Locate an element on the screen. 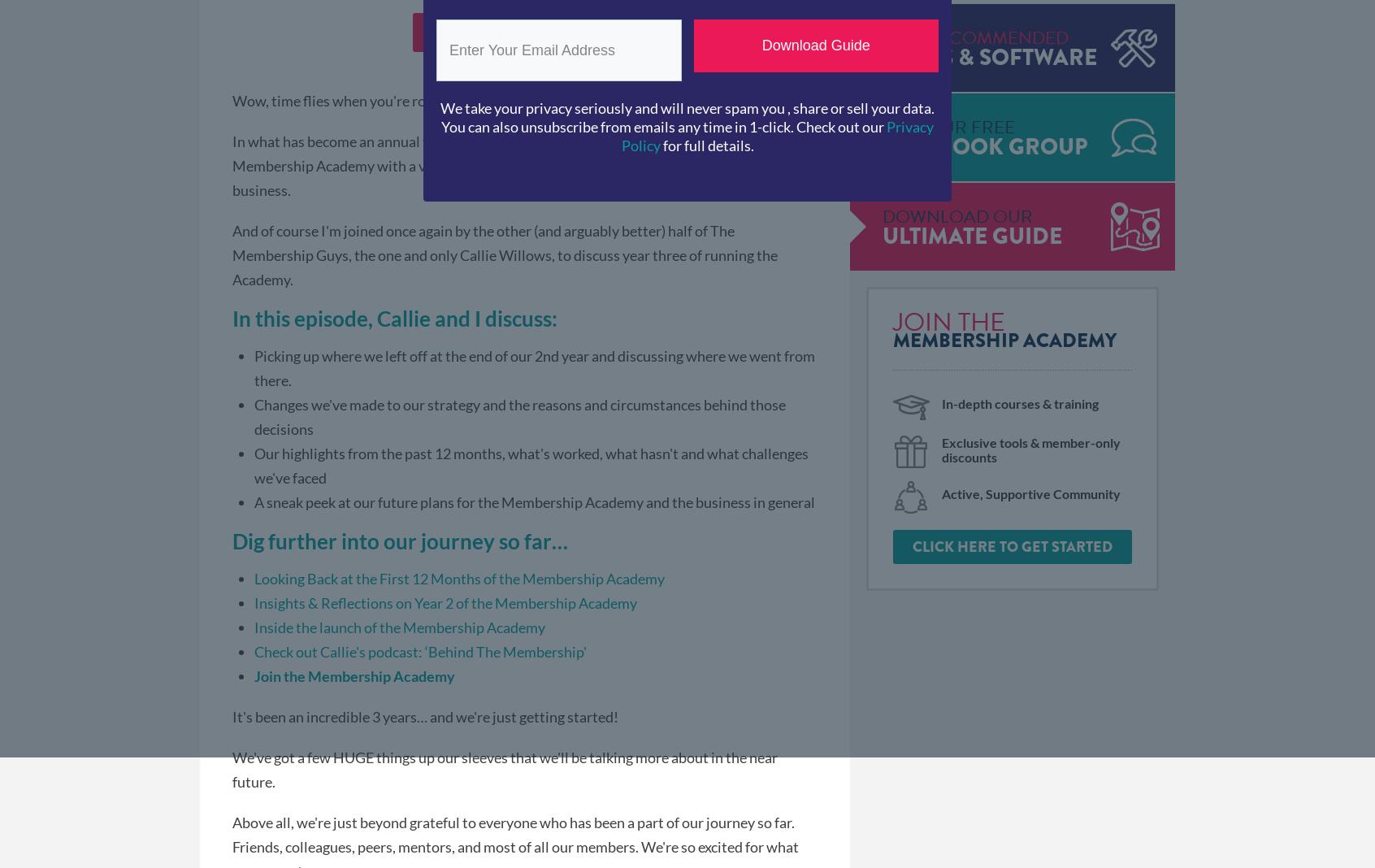  'Download our' is located at coordinates (882, 216).